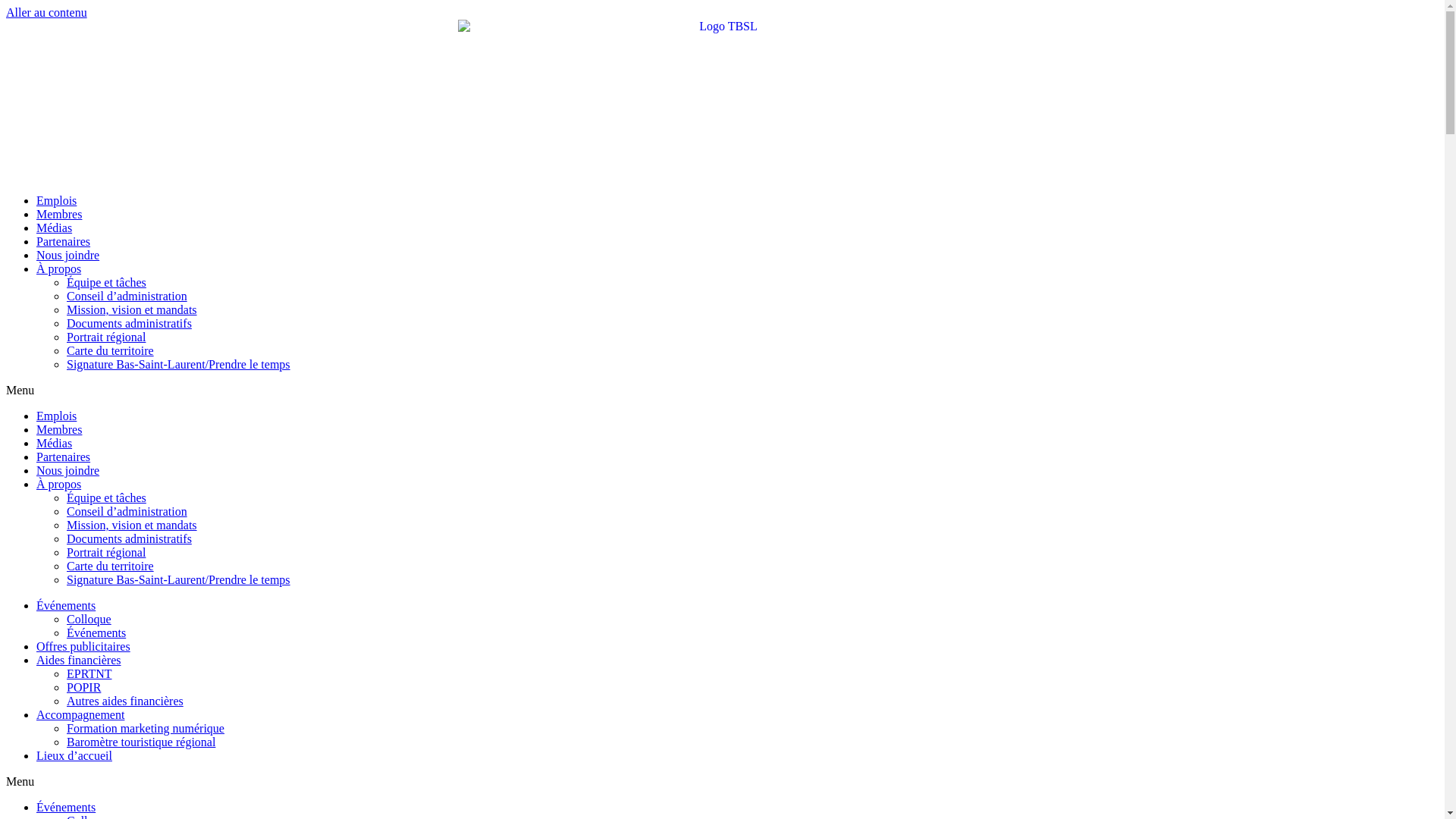 The width and height of the screenshot is (1456, 819). I want to click on 'Offres publicitaires', so click(83, 646).